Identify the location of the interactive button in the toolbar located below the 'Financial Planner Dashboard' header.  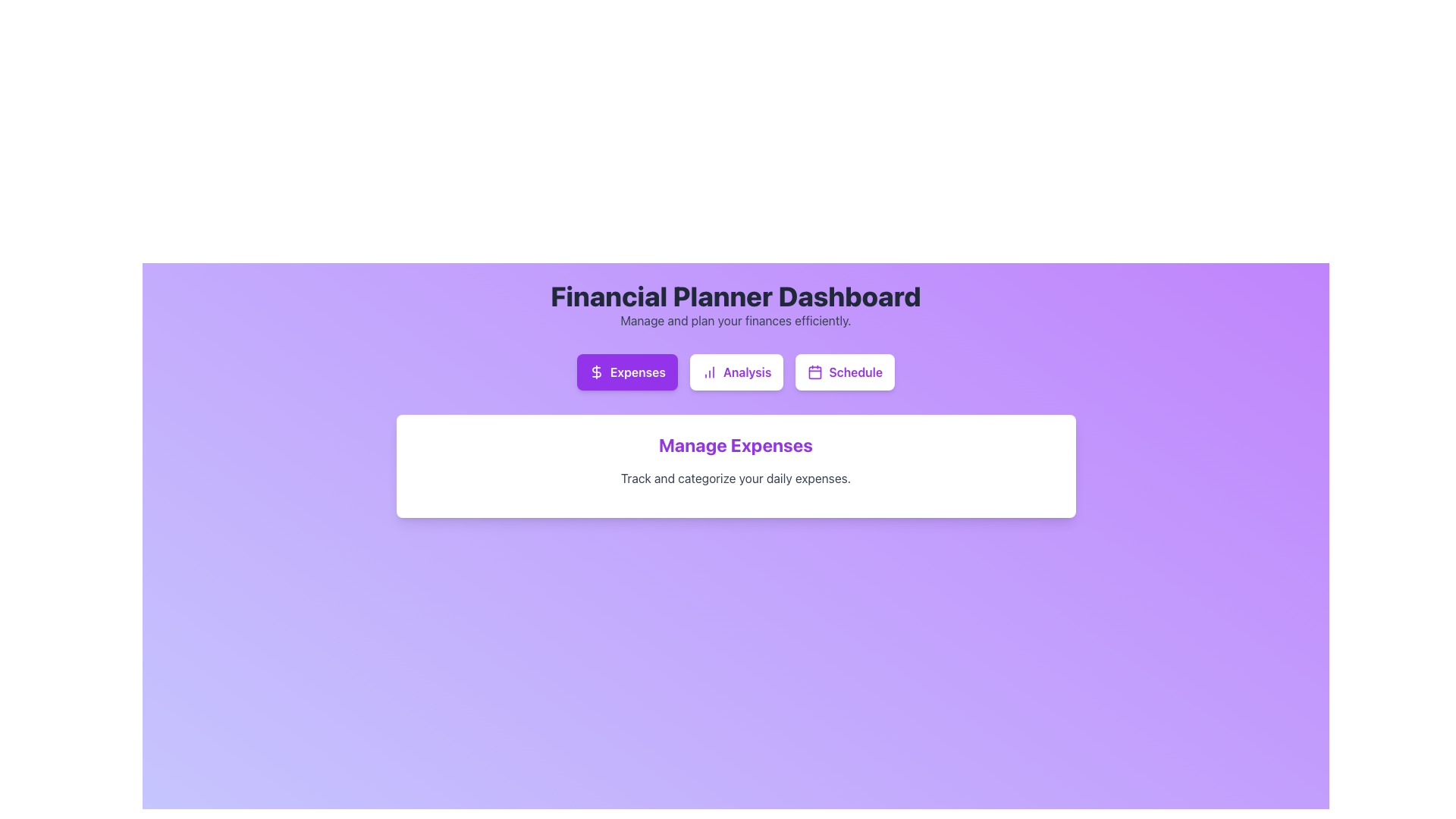
(736, 372).